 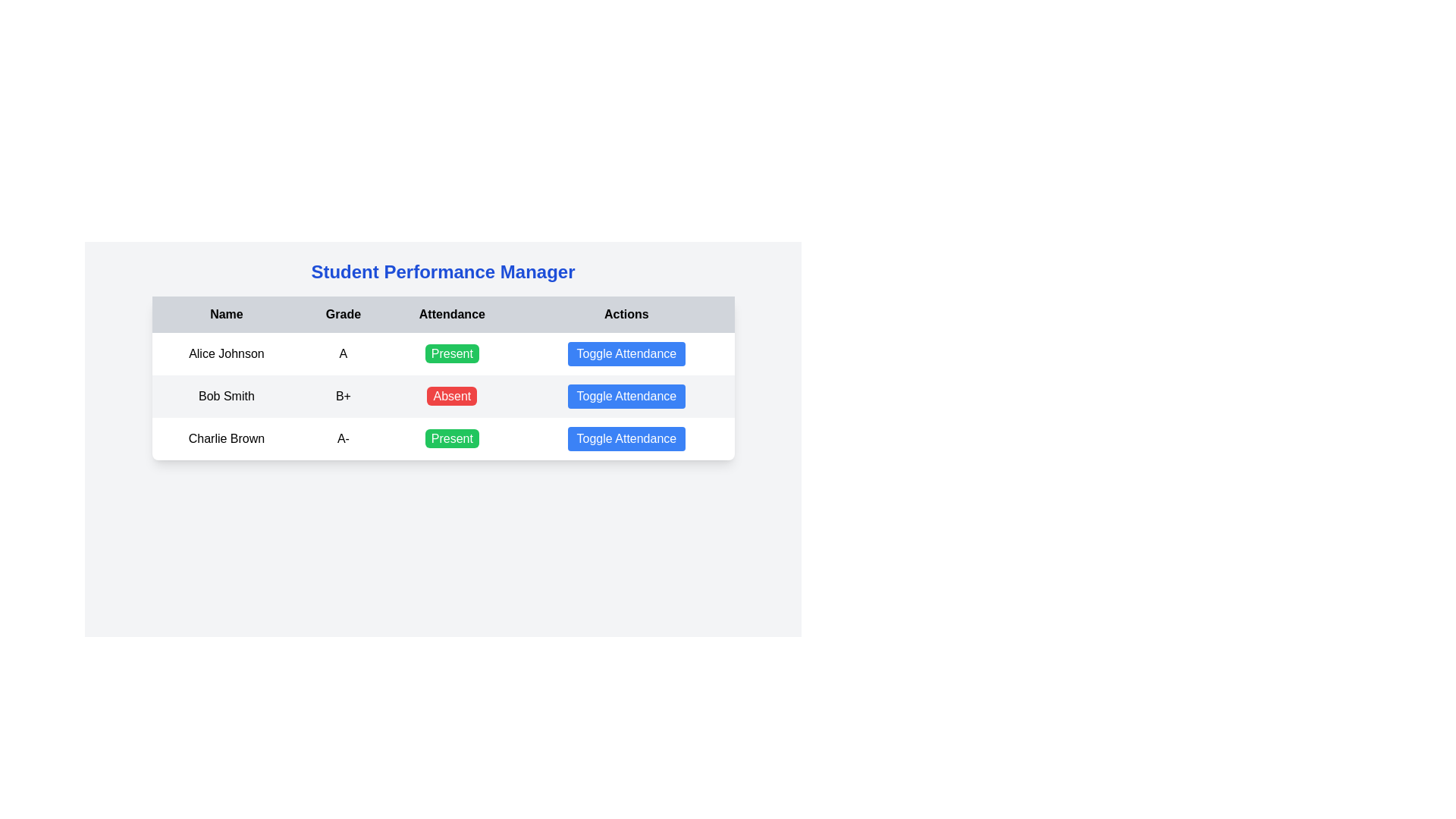 What do you see at coordinates (442, 353) in the screenshot?
I see `the 'Present' button located in the 'Attendance' column for the entry 'Alice Johnson' by moving the mouse to its center point` at bounding box center [442, 353].